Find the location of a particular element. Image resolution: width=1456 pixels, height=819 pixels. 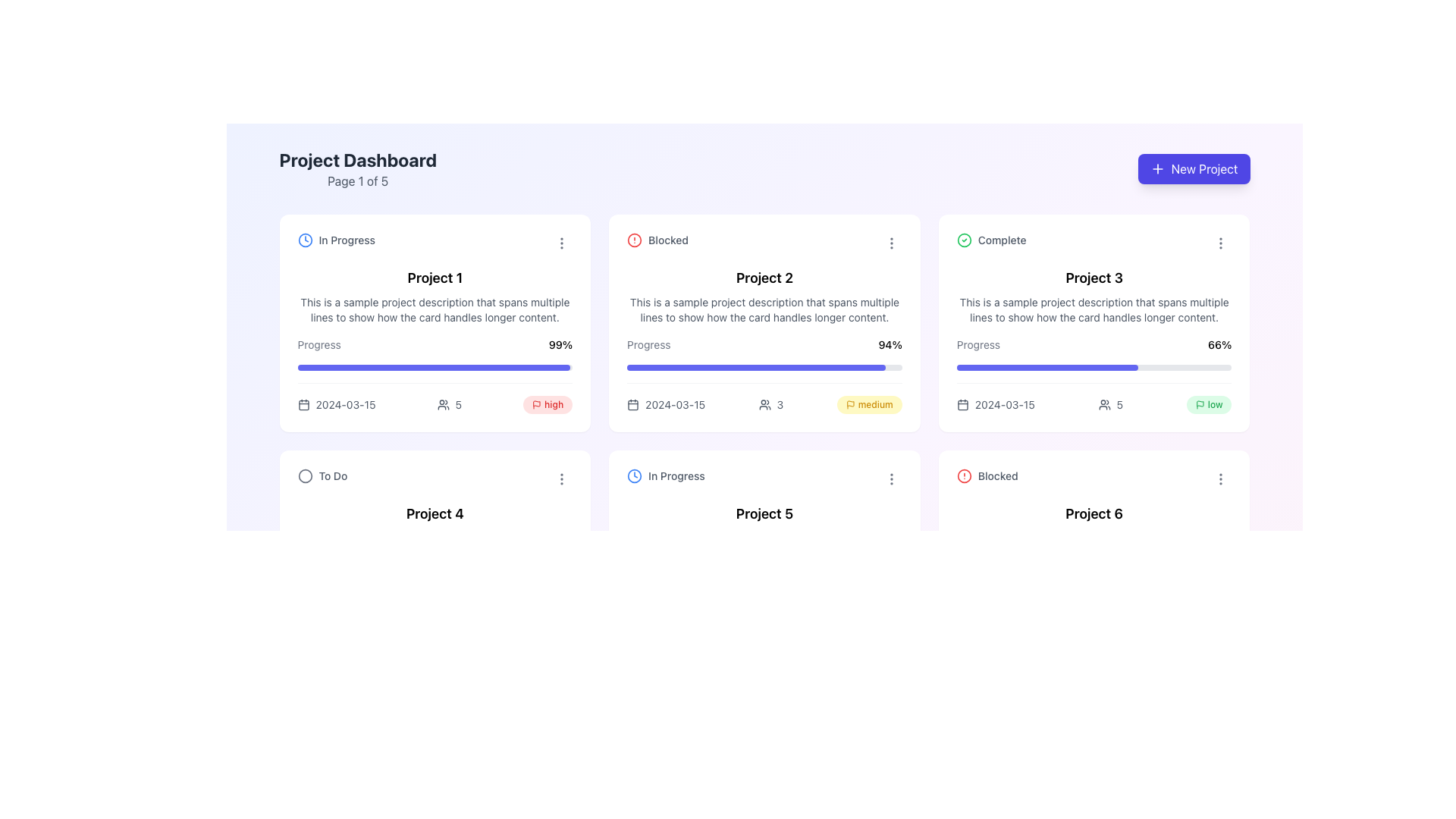

the Text Label that identifies the project card, located in the center of the second card from the left in the upper row of the grid layout is located at coordinates (764, 278).